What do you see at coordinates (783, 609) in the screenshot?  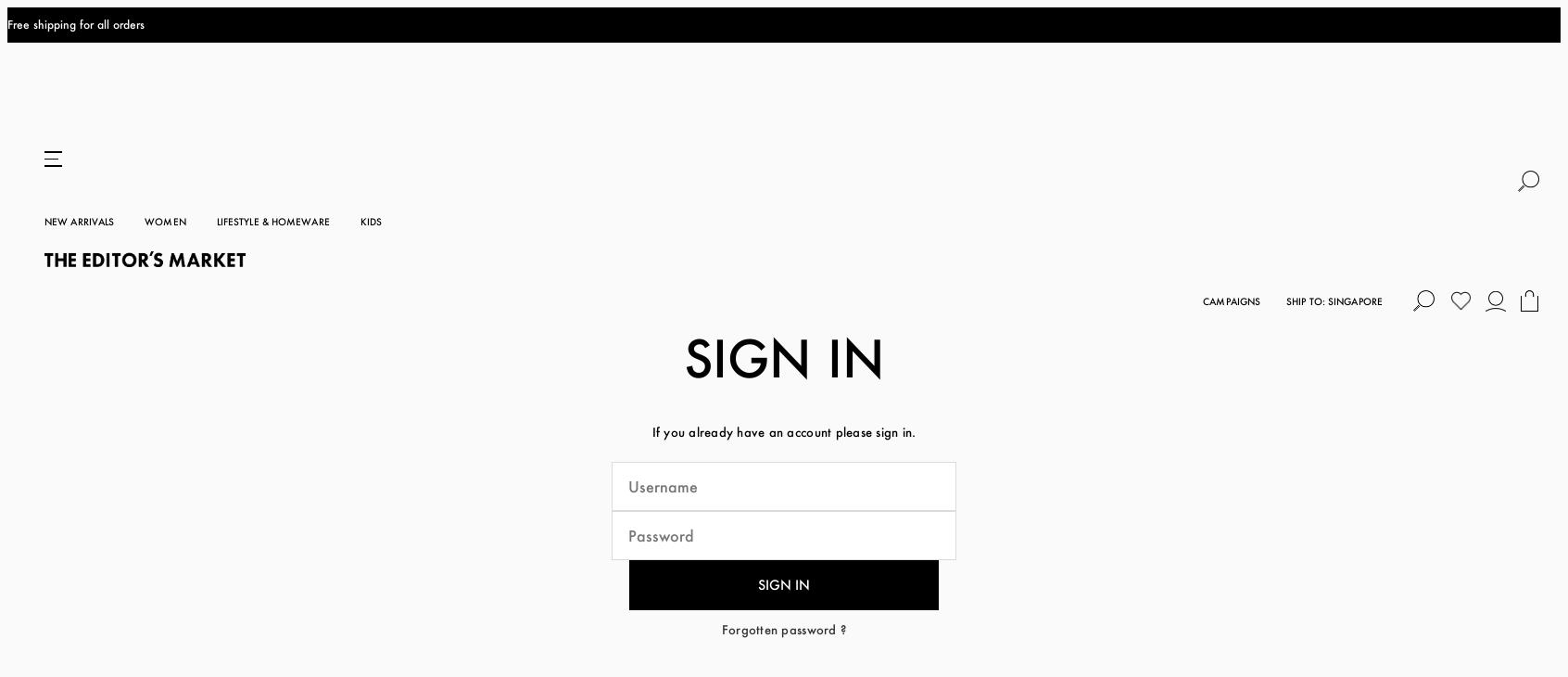 I see `'Register'` at bounding box center [783, 609].